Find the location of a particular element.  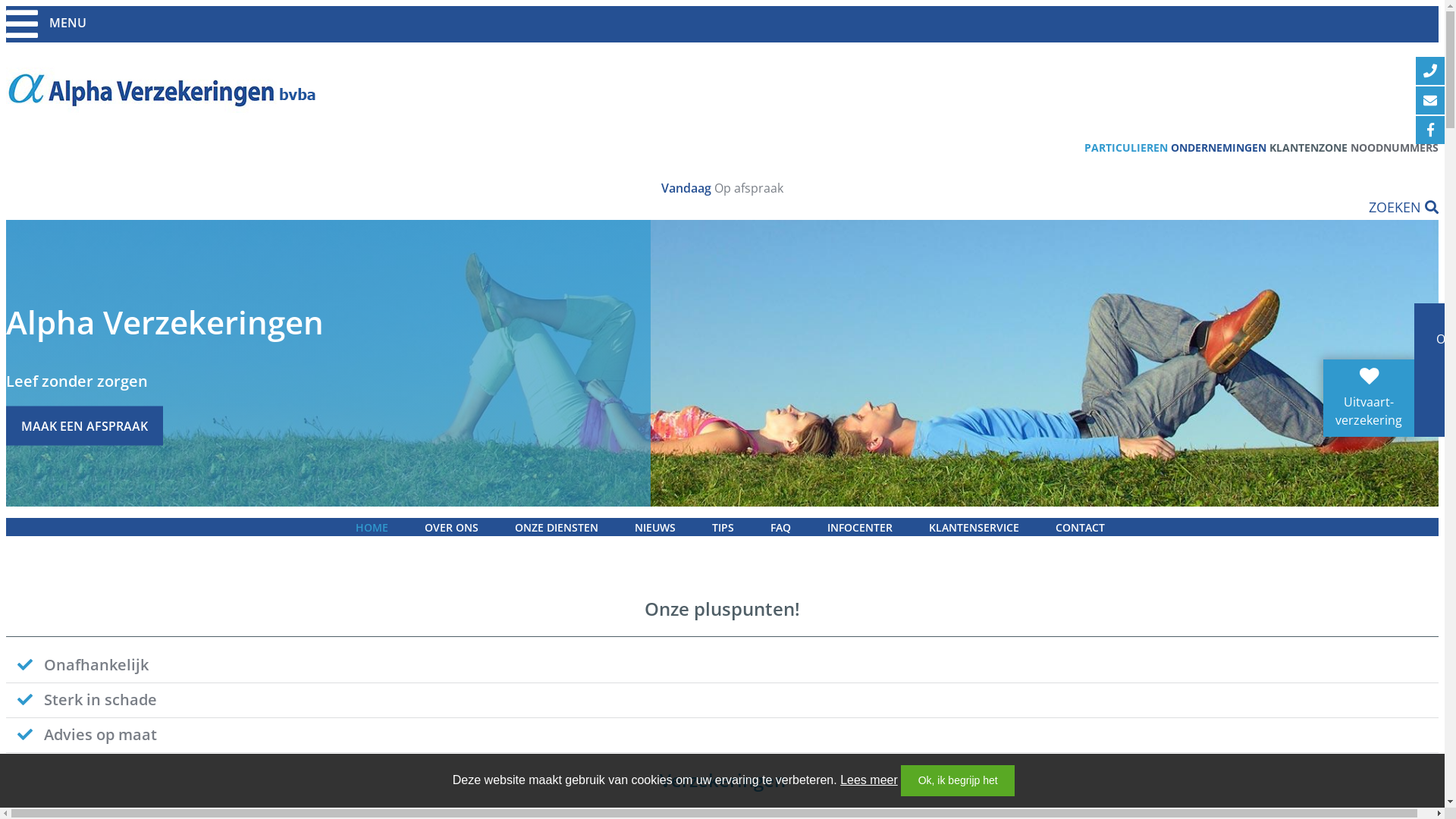

'CONTACT' is located at coordinates (1079, 526).